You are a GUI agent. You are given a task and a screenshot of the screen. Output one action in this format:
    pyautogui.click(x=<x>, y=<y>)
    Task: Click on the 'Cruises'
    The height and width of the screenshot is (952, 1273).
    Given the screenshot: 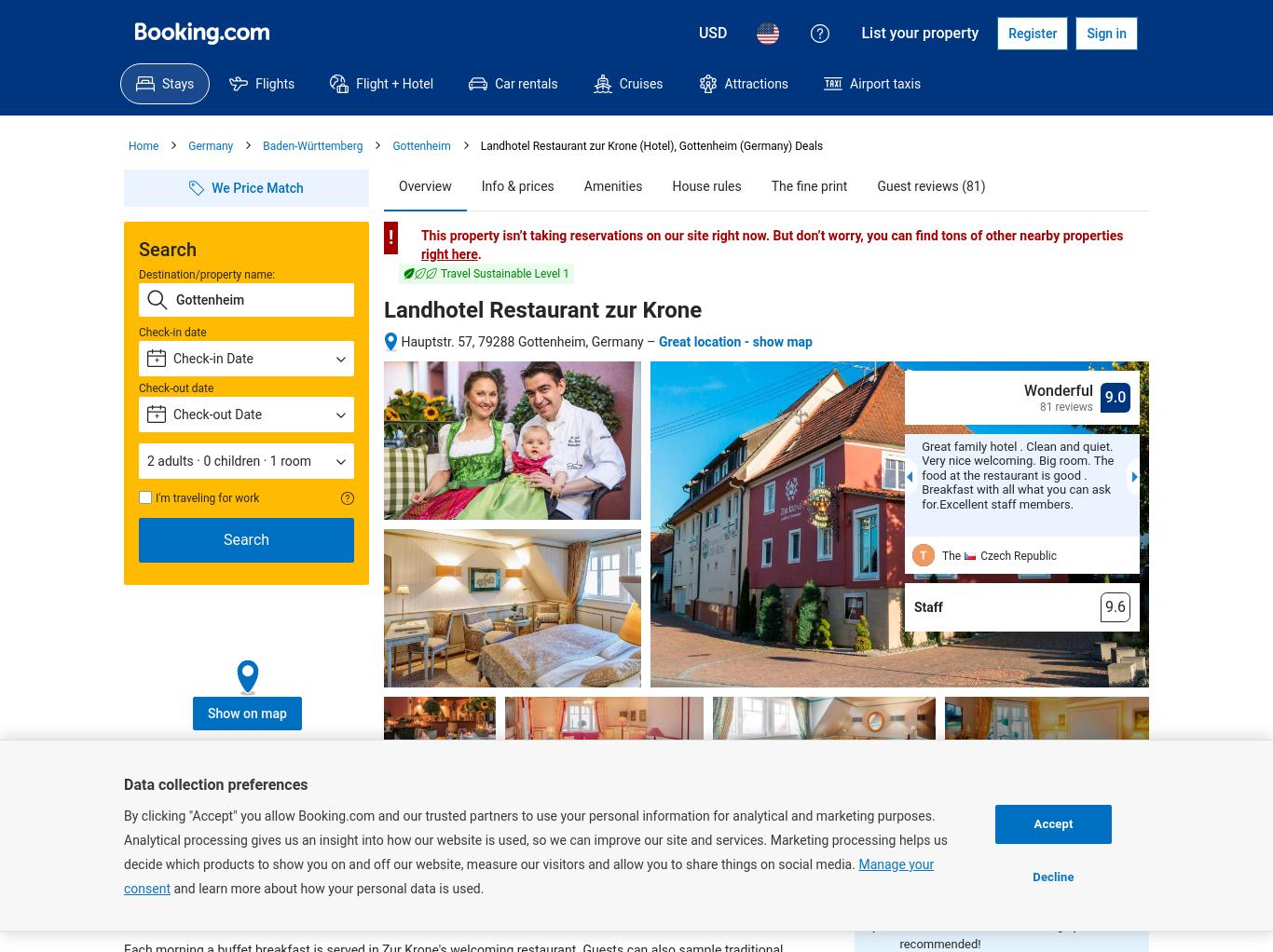 What is the action you would take?
    pyautogui.click(x=640, y=83)
    